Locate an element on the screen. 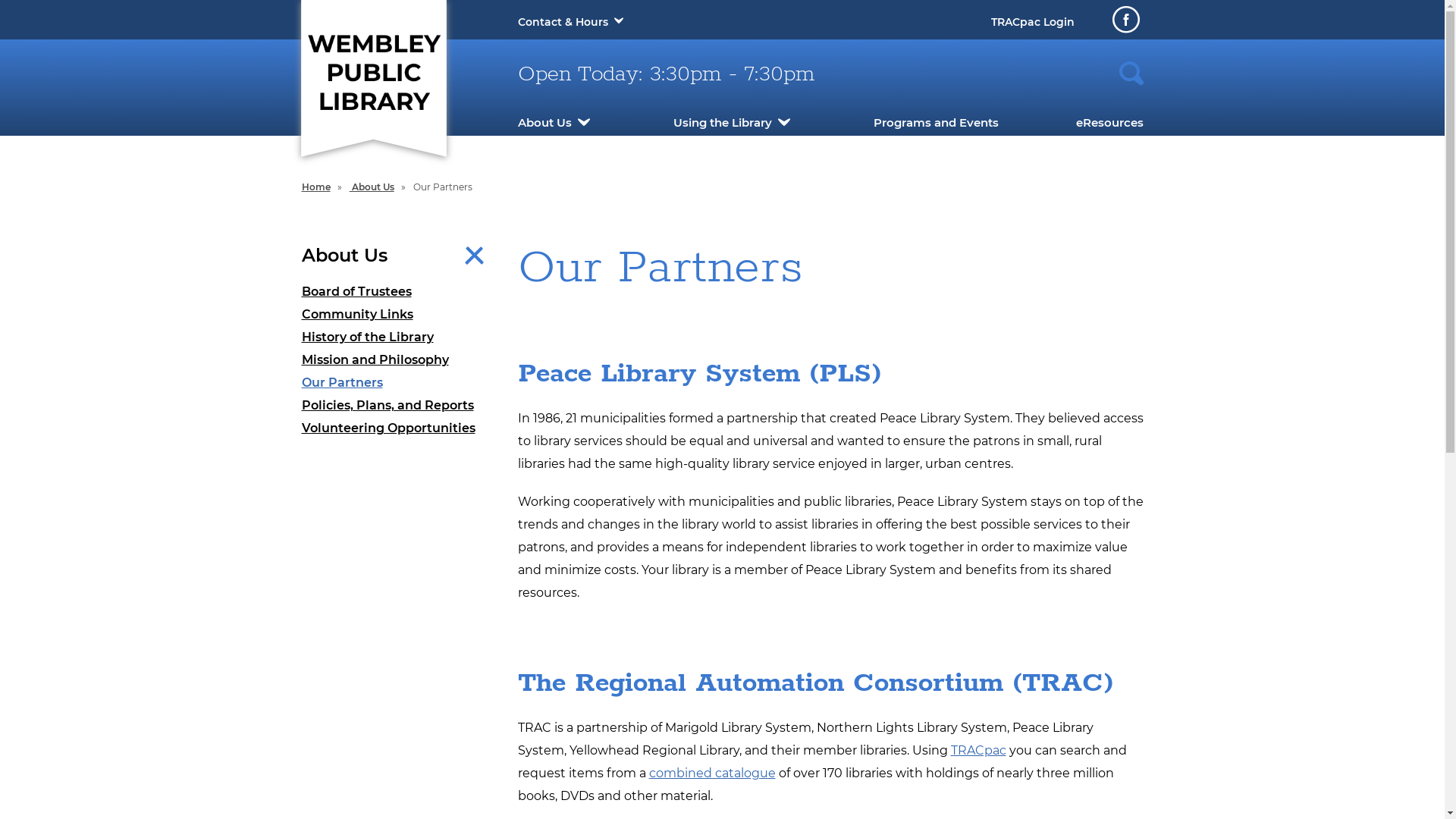 The image size is (1456, 819). 'Volunteering Opportunities' is located at coordinates (302, 428).